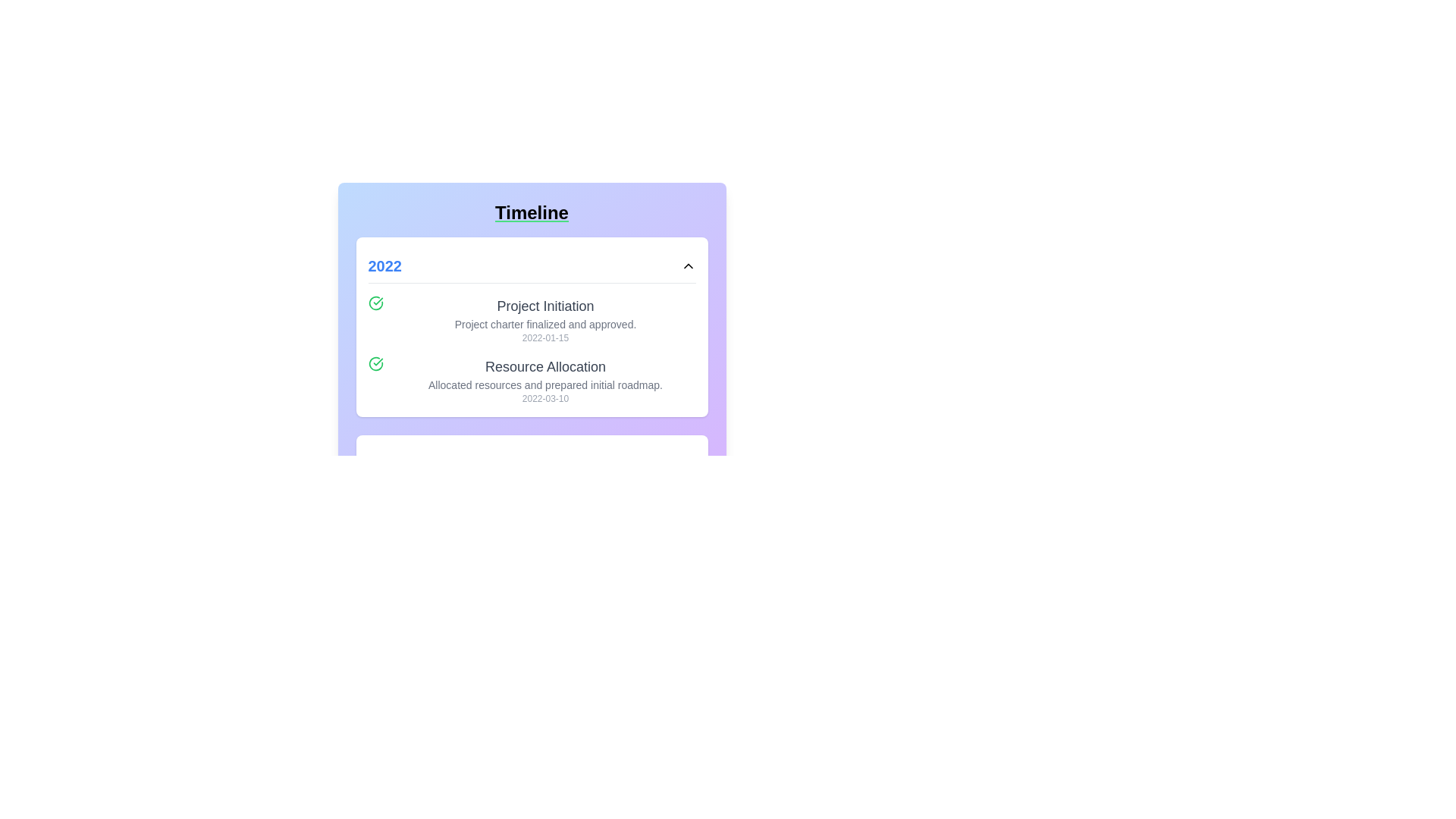 The image size is (1456, 819). I want to click on the circular green icon with a checkmark in its center, which indicates completion or success, located to the left of the text 'Project Initiation' in the timeline for 2022, so click(375, 303).